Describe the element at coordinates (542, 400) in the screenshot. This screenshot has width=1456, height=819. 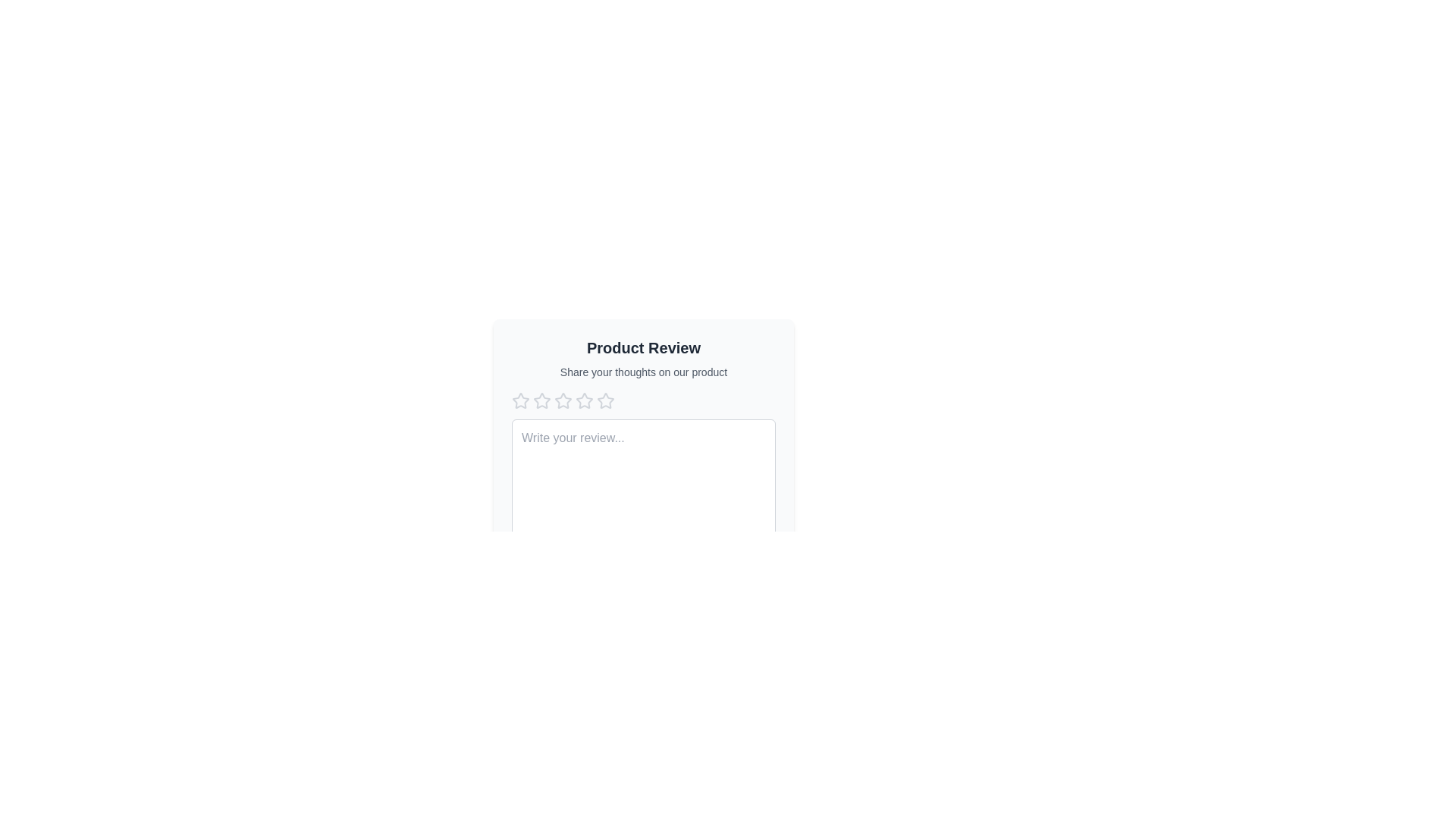
I see `the first outlined gray star icon in the rating system located below the 'Share your thoughts on our product' heading` at that location.